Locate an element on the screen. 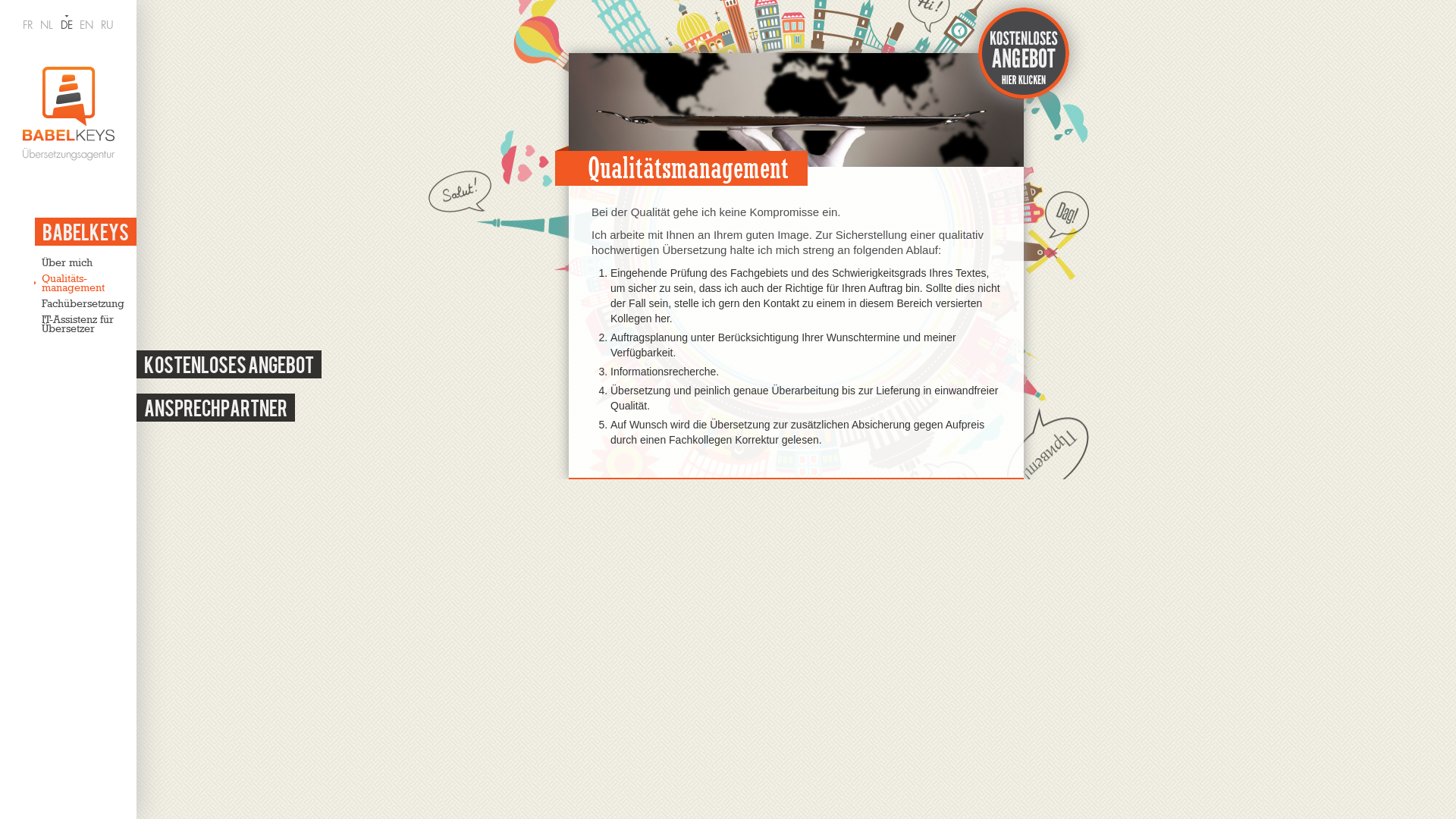 This screenshot has height=819, width=1456. 'Kostenloses Angebot' is located at coordinates (228, 364).